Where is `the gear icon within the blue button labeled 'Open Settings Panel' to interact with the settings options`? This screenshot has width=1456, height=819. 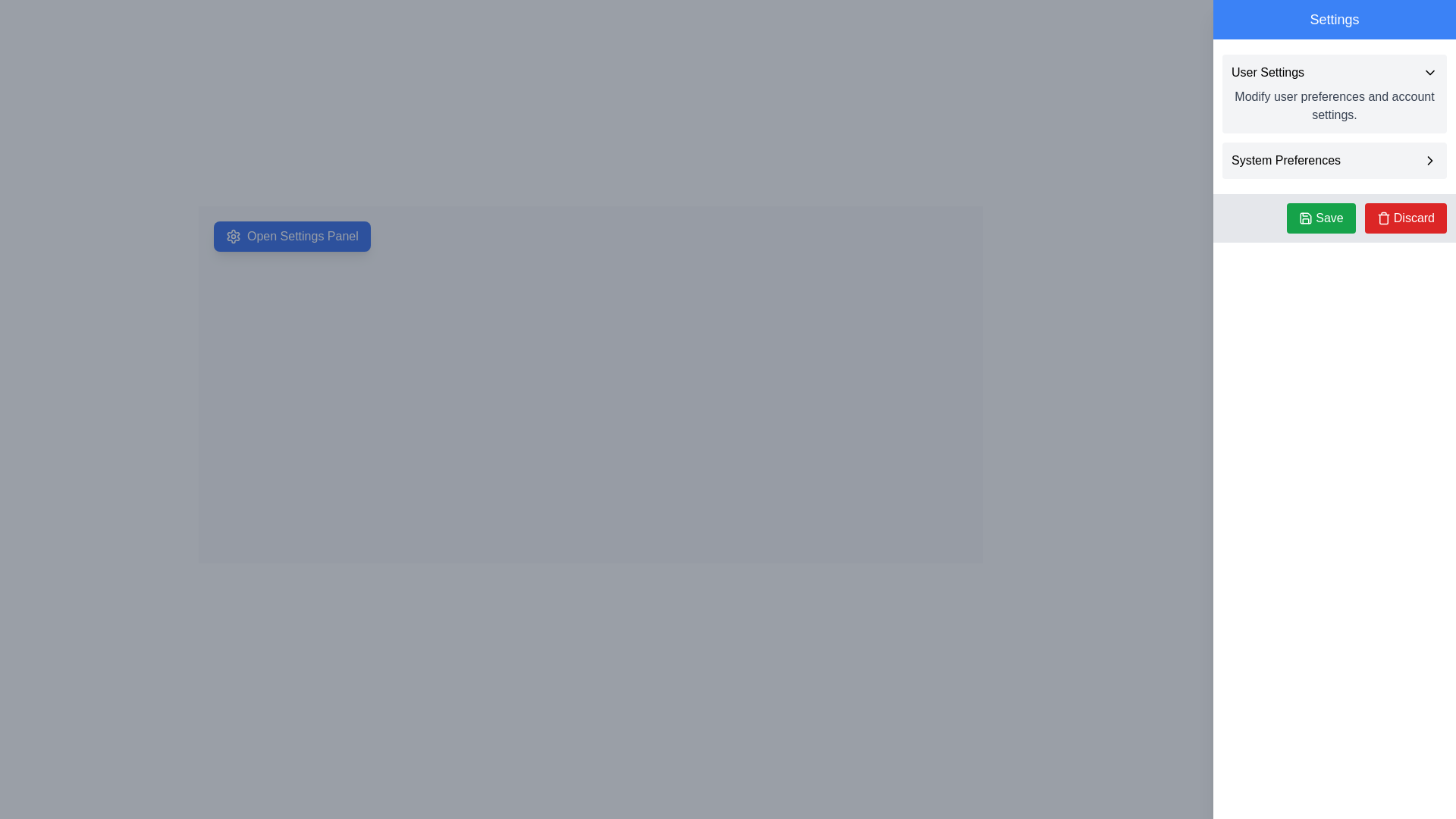
the gear icon within the blue button labeled 'Open Settings Panel' to interact with the settings options is located at coordinates (232, 237).